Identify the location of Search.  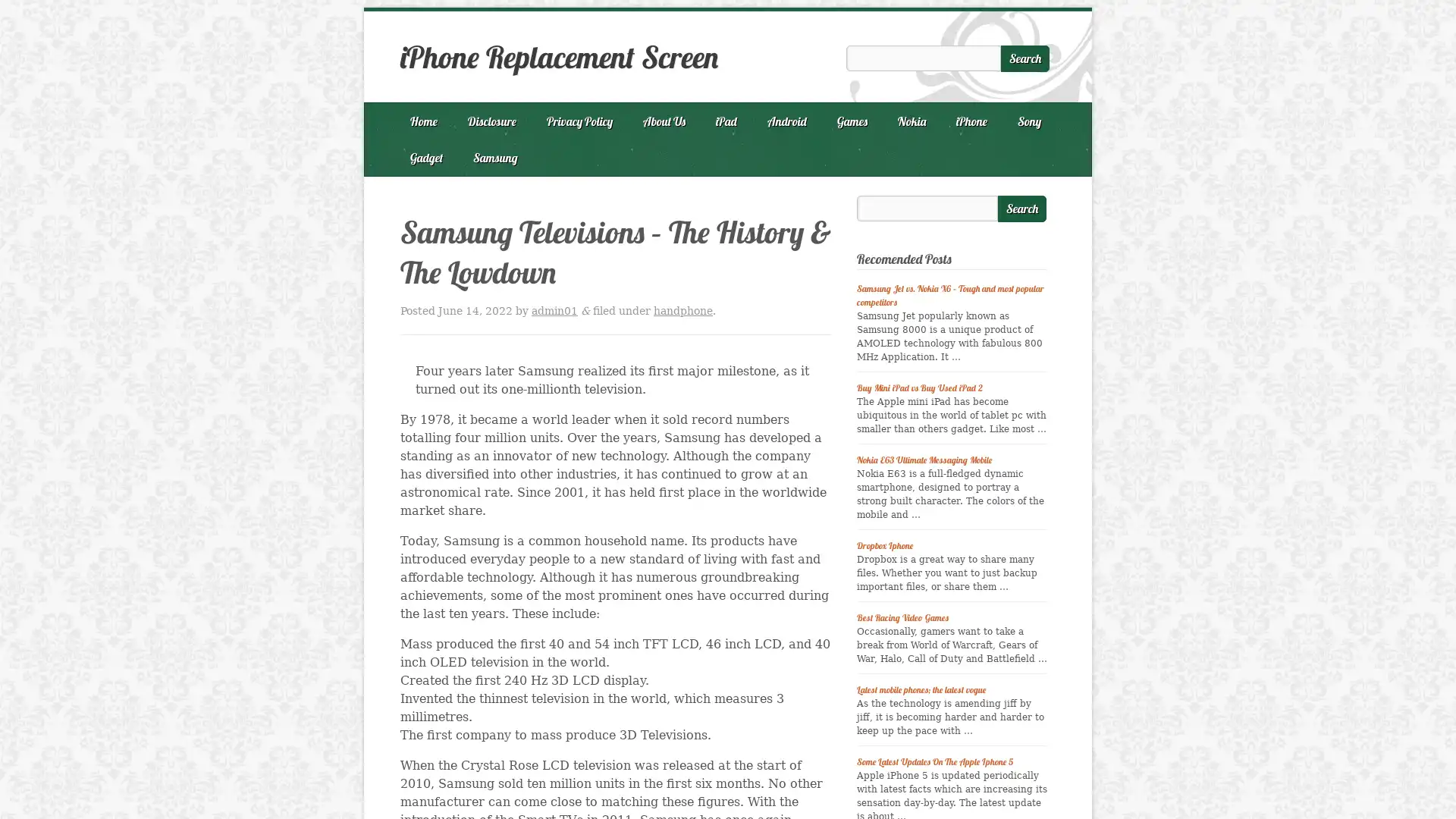
(1022, 209).